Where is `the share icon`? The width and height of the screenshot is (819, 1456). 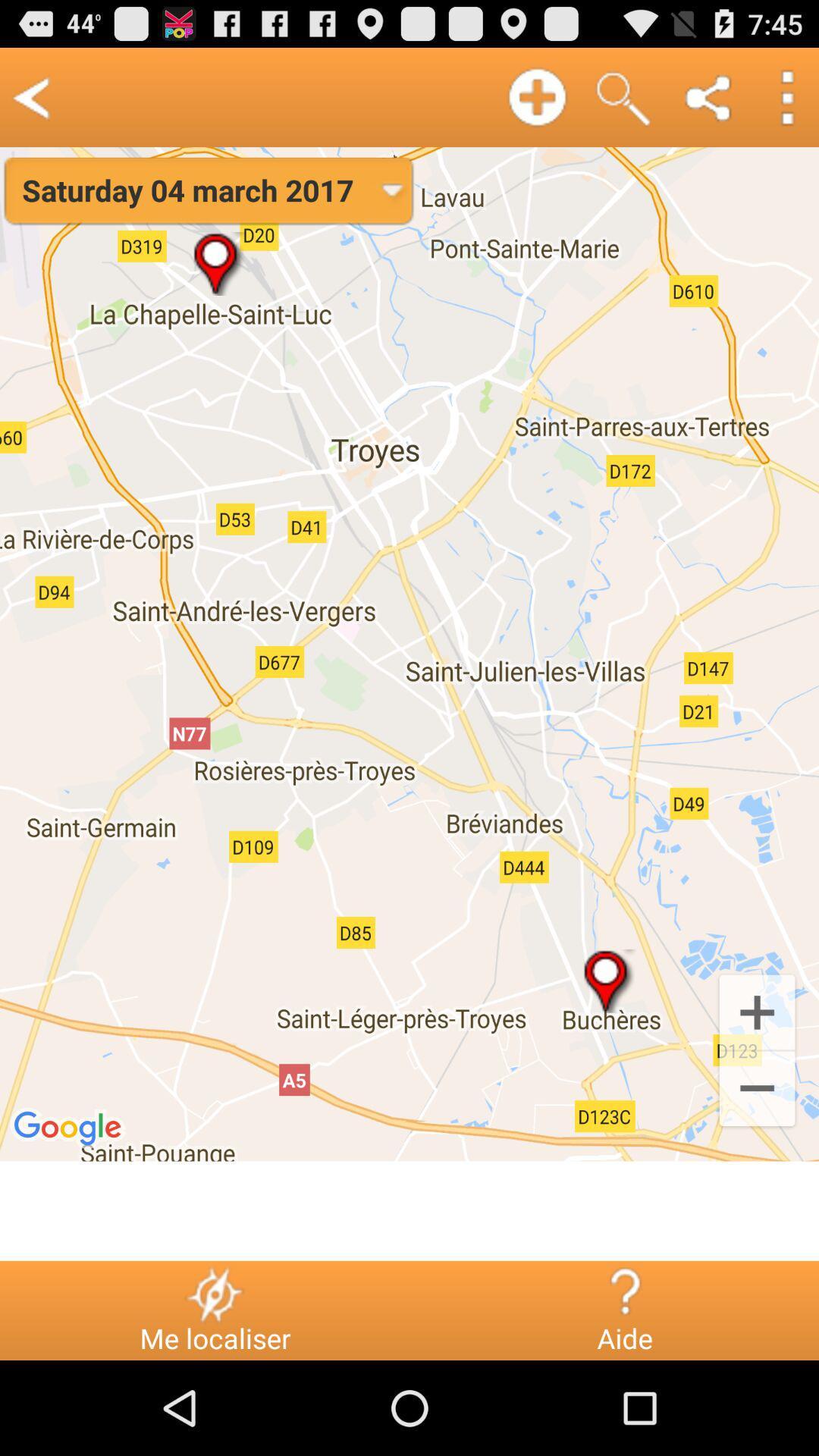 the share icon is located at coordinates (709, 103).